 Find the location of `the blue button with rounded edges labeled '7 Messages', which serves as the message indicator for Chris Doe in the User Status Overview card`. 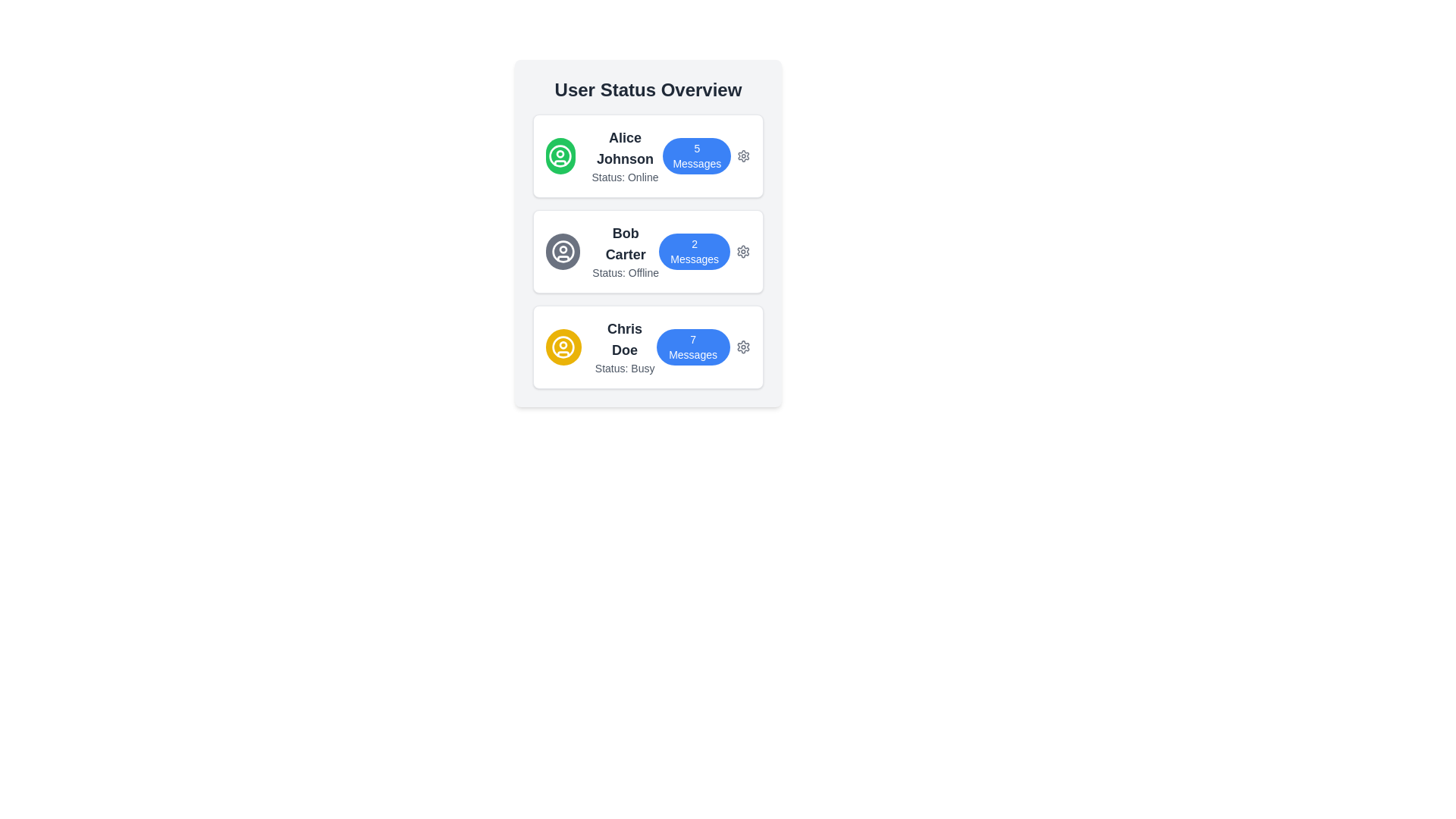

the blue button with rounded edges labeled '7 Messages', which serves as the message indicator for Chris Doe in the User Status Overview card is located at coordinates (692, 347).